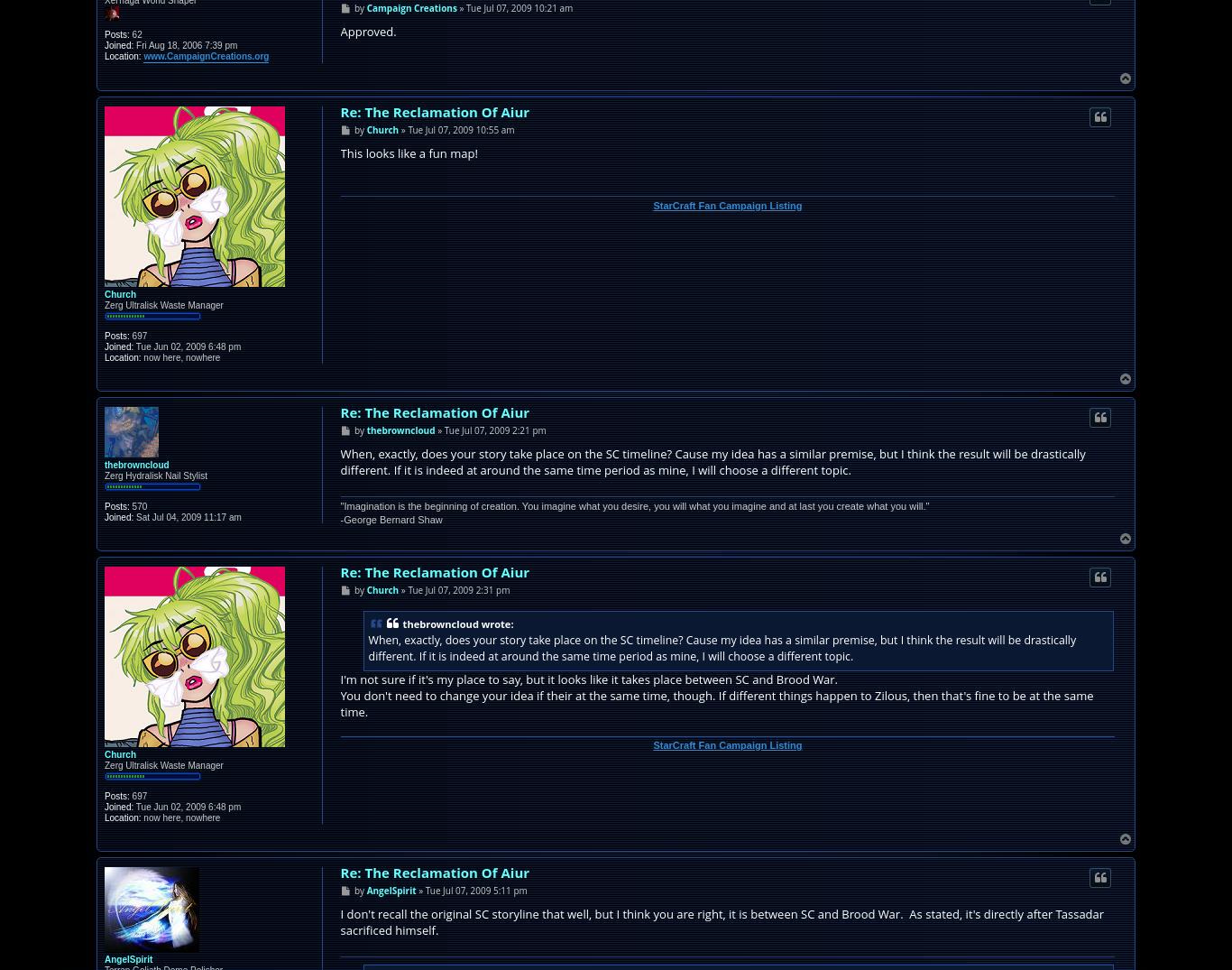 The image size is (1232, 970). I want to click on 'Fri Aug 18, 2006 7:39 pm', so click(132, 43).